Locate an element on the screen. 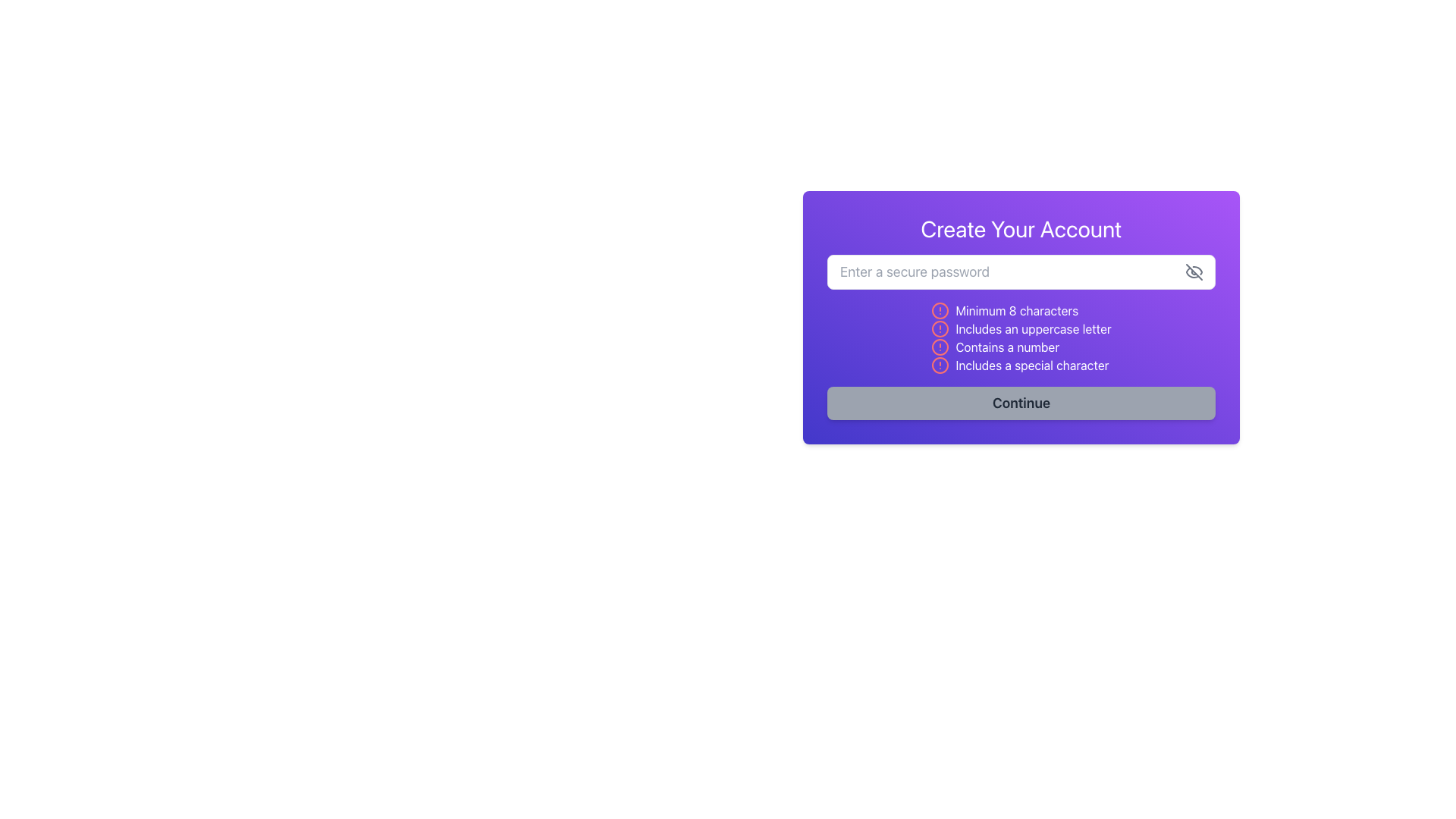 The width and height of the screenshot is (1456, 819). the decorative diagonal line that represents the password visibility toggle icon within the 'Create Your Account' form is located at coordinates (1193, 271).